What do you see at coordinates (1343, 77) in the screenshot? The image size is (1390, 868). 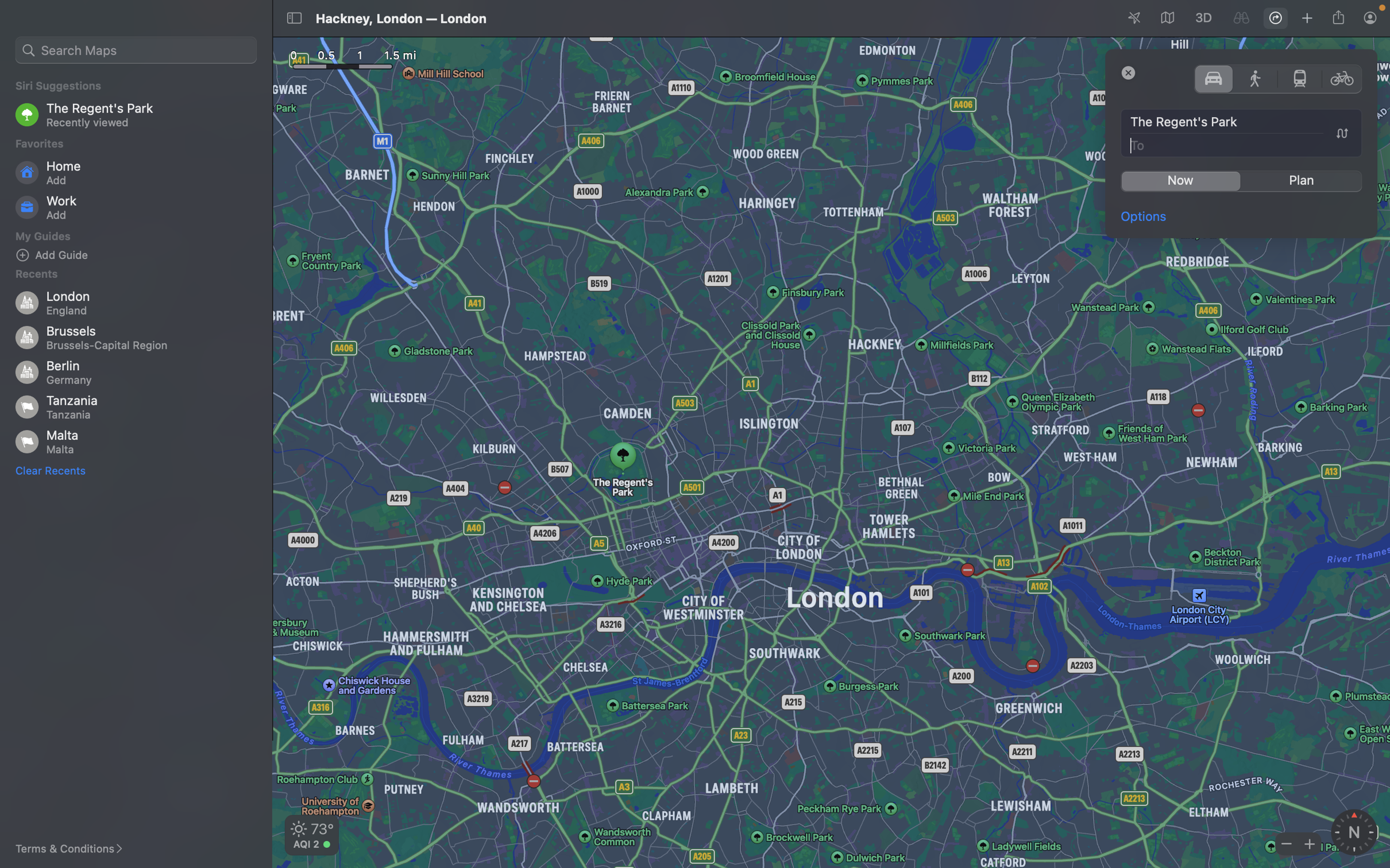 I see `transportation mode to biking` at bounding box center [1343, 77].